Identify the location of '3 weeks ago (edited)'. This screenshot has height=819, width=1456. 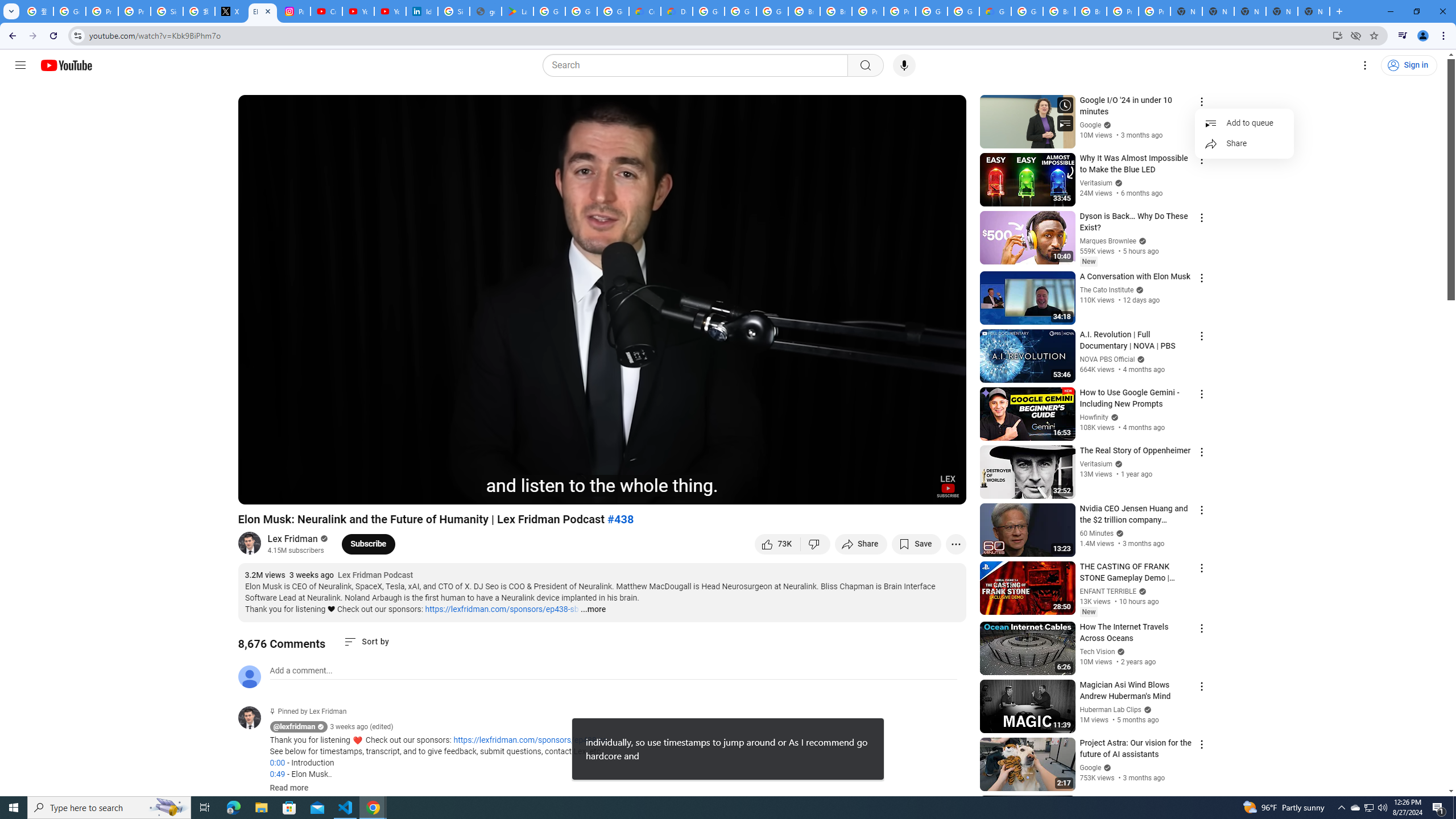
(361, 727).